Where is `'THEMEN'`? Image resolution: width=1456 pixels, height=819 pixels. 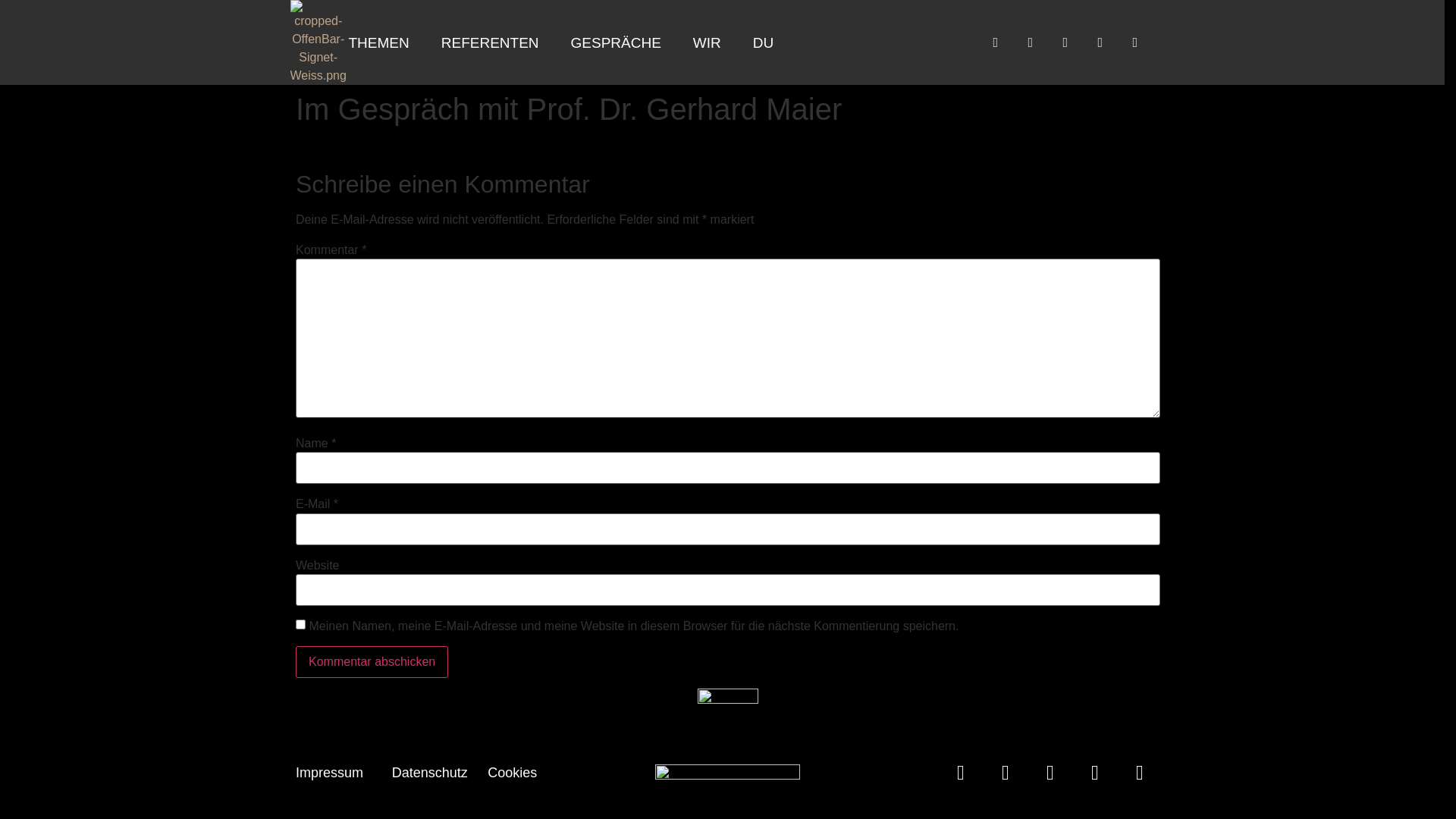
'THEMEN' is located at coordinates (333, 42).